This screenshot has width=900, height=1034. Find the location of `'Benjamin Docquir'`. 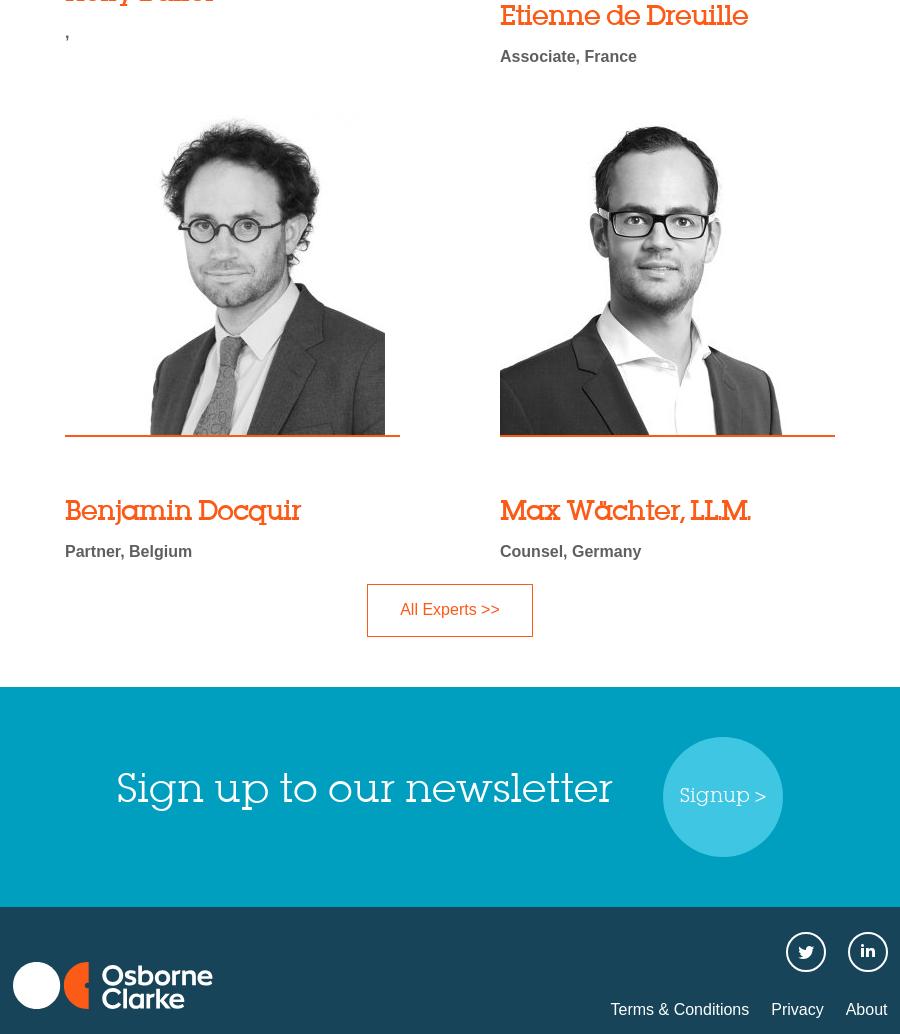

'Benjamin Docquir' is located at coordinates (182, 511).